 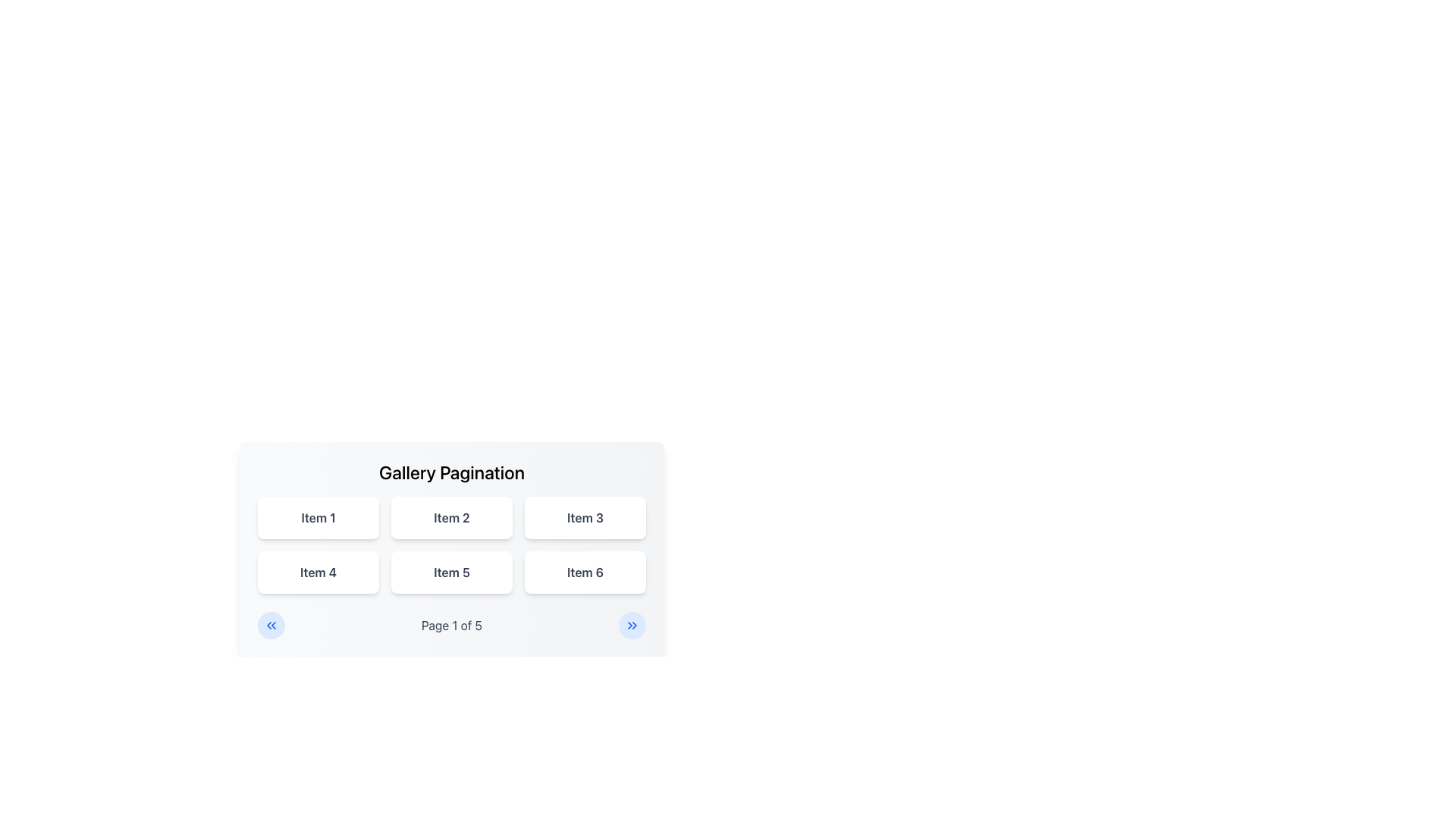 I want to click on the circular blue button with two right-facing chevrons, so click(x=632, y=626).